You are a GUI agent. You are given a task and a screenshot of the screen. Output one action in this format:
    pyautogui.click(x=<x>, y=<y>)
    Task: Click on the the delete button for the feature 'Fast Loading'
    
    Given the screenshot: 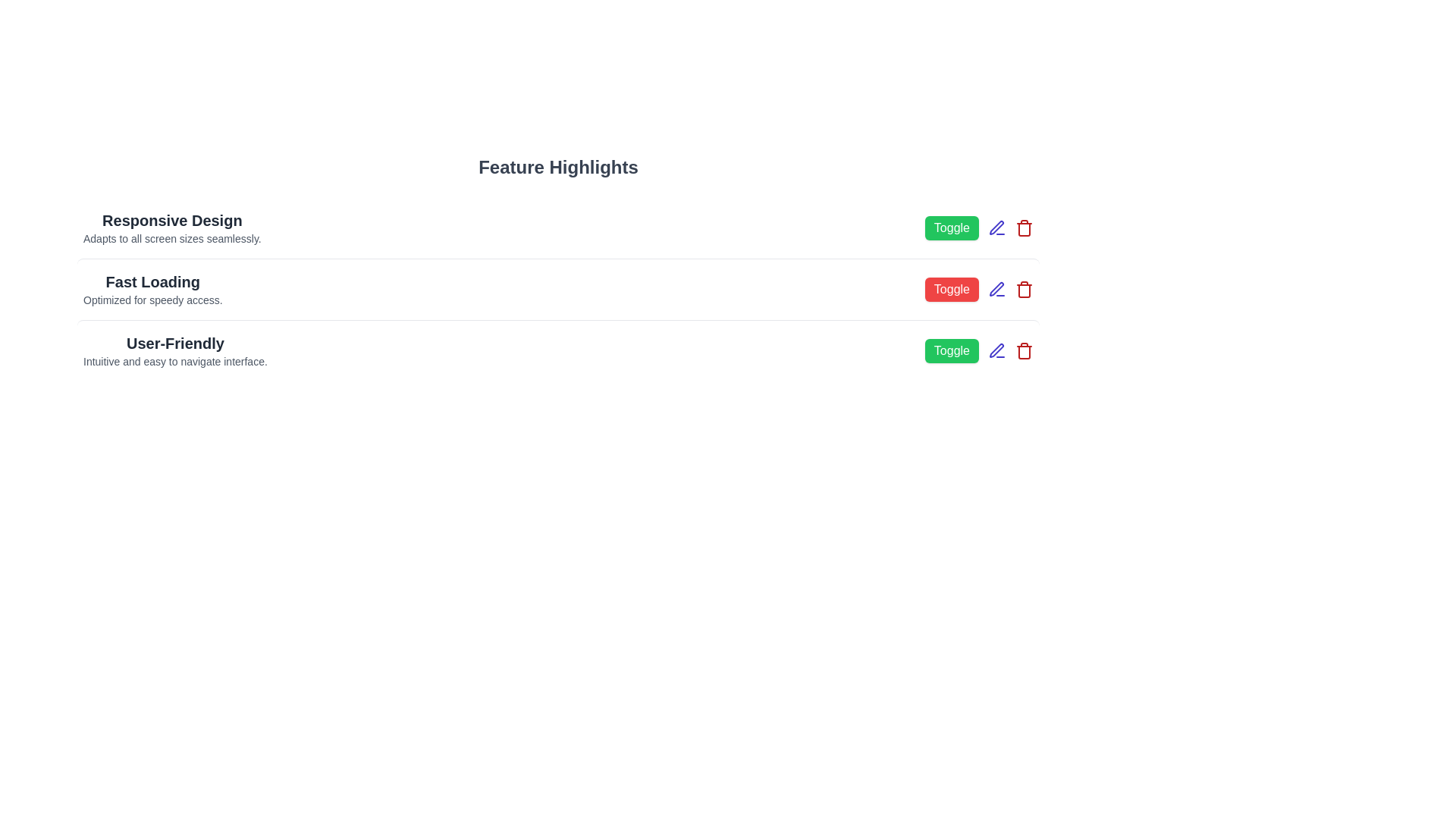 What is the action you would take?
    pyautogui.click(x=1024, y=289)
    